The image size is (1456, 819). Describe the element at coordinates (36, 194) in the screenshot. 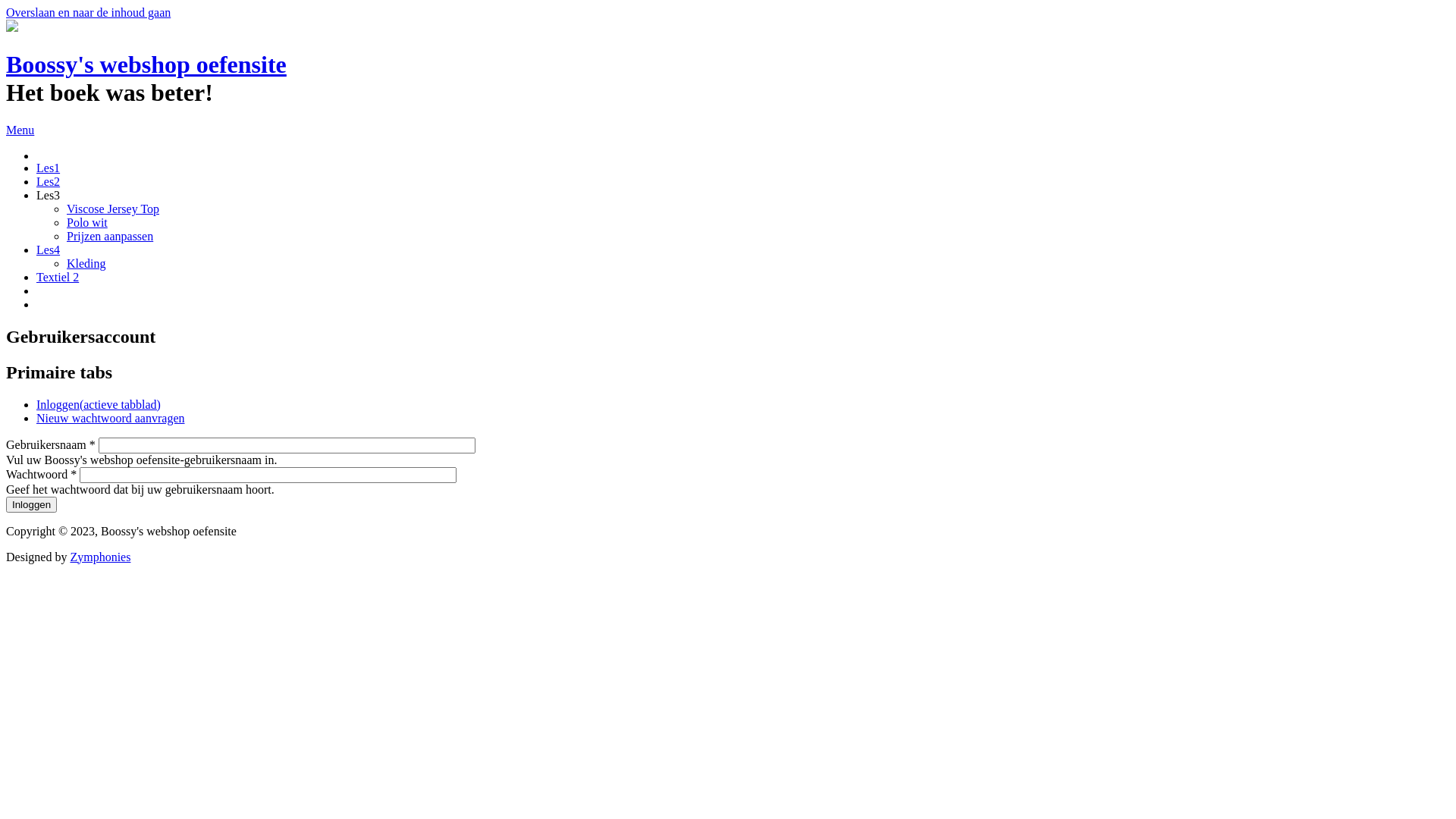

I see `'Les3'` at that location.